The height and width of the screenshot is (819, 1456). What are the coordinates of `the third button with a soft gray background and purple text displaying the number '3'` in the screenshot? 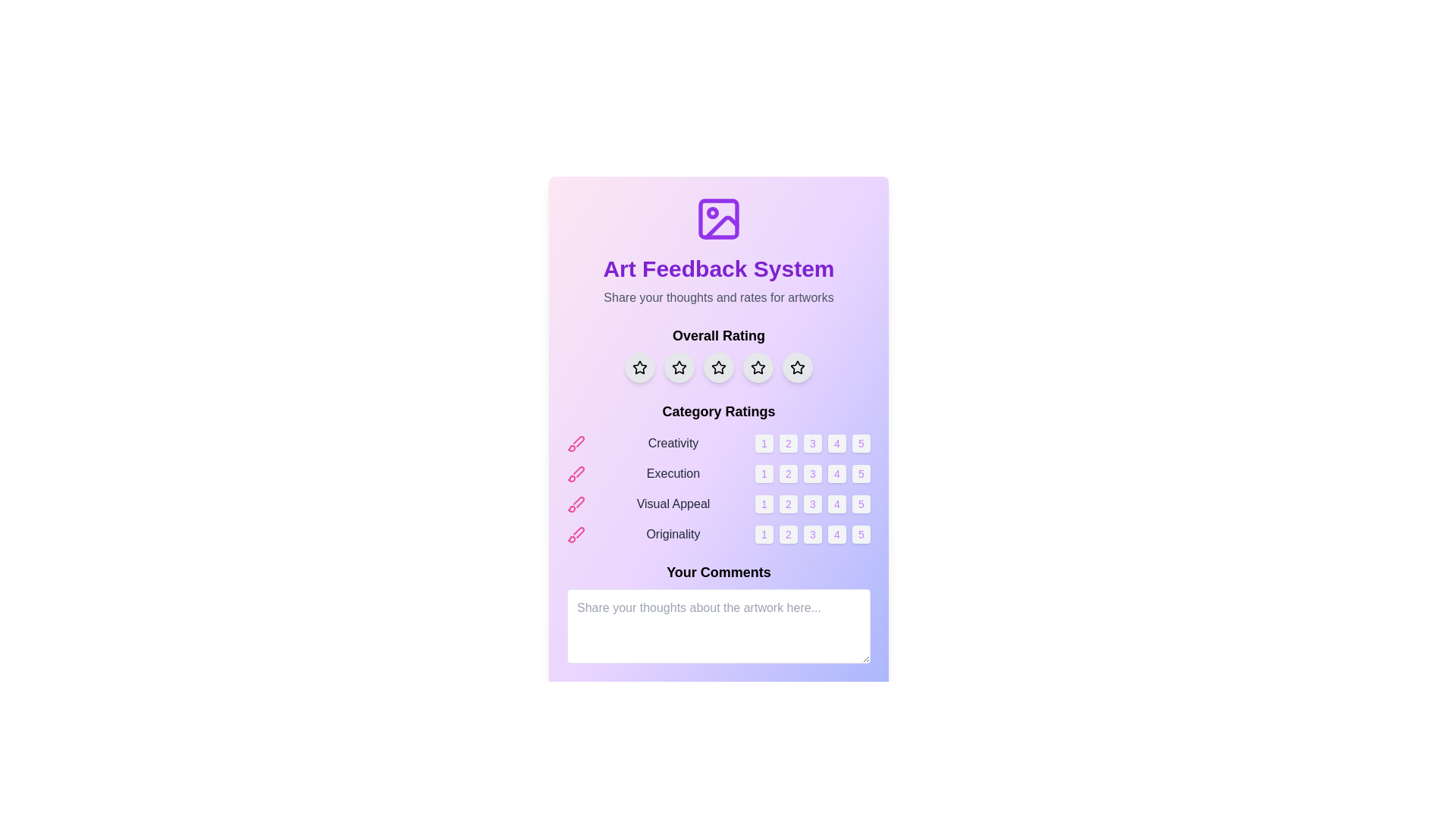 It's located at (811, 534).